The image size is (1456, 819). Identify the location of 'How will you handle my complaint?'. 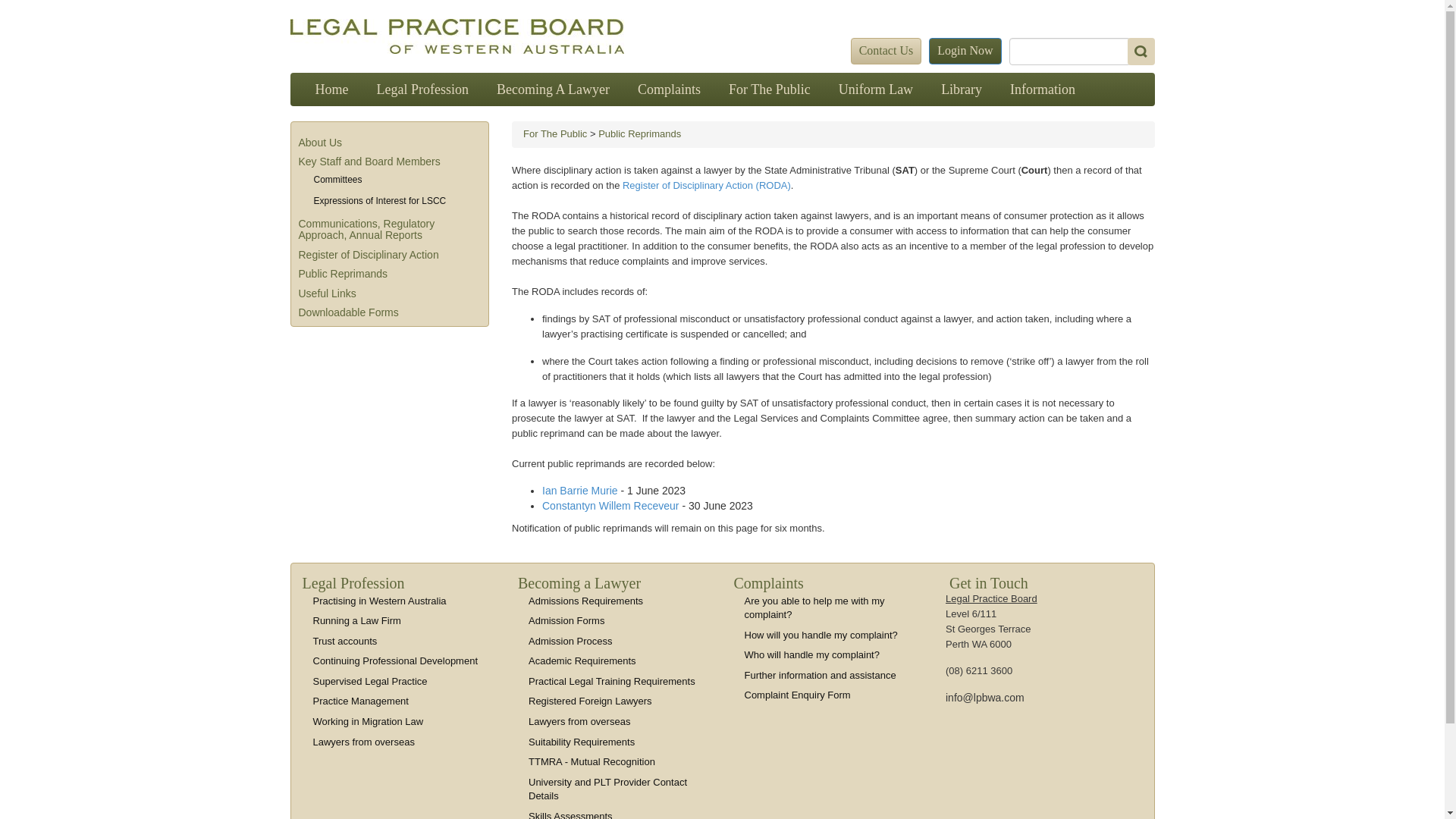
(821, 635).